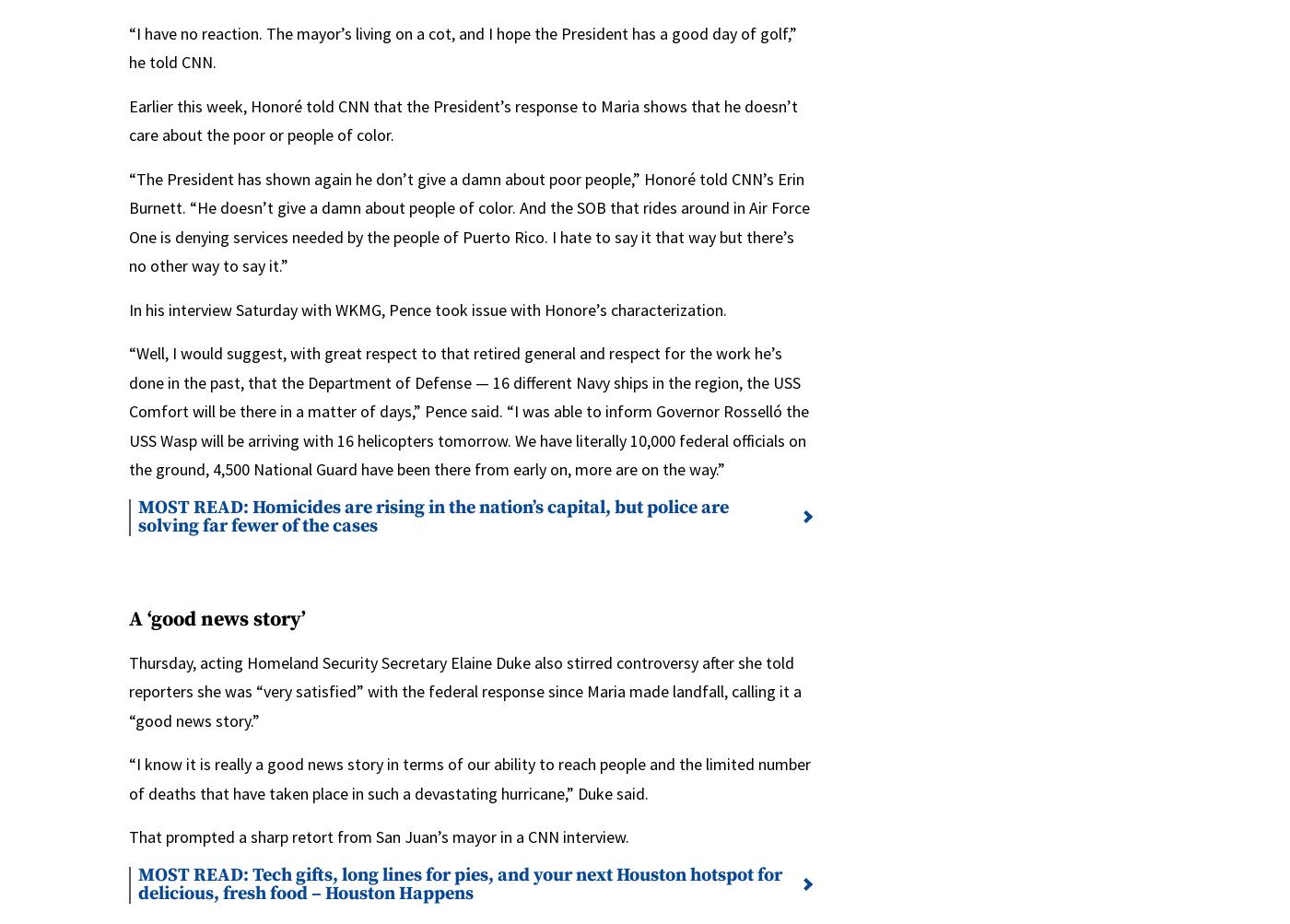 This screenshot has width=1290, height=924. Describe the element at coordinates (129, 836) in the screenshot. I see `'That prompted a sharp retort from San Juan’s mayor in a CNN interview.'` at that location.